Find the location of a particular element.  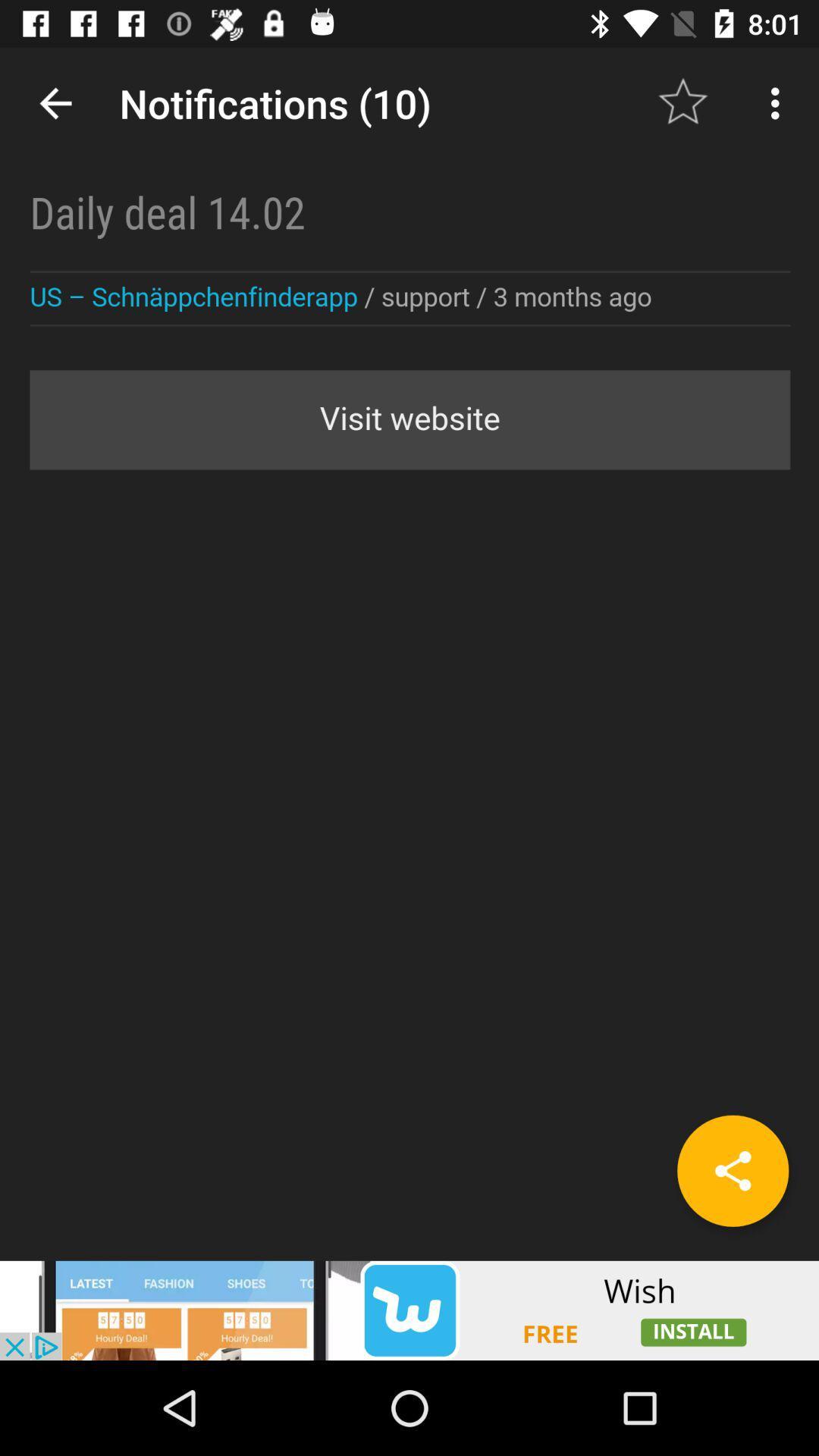

description is located at coordinates (409, 654).